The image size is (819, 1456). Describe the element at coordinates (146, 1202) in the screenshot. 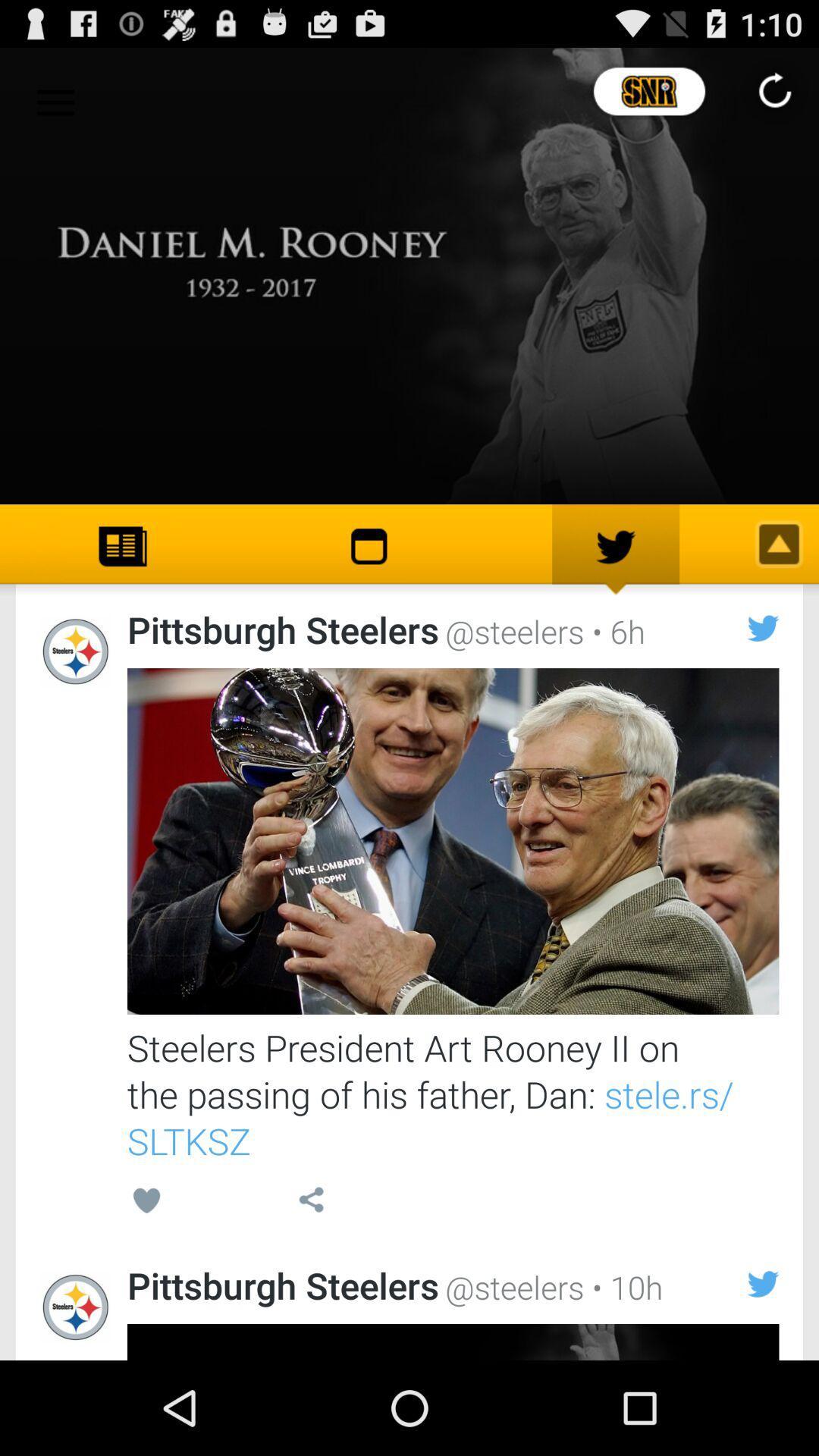

I see `icon above the pittsburgh steelers item` at that location.